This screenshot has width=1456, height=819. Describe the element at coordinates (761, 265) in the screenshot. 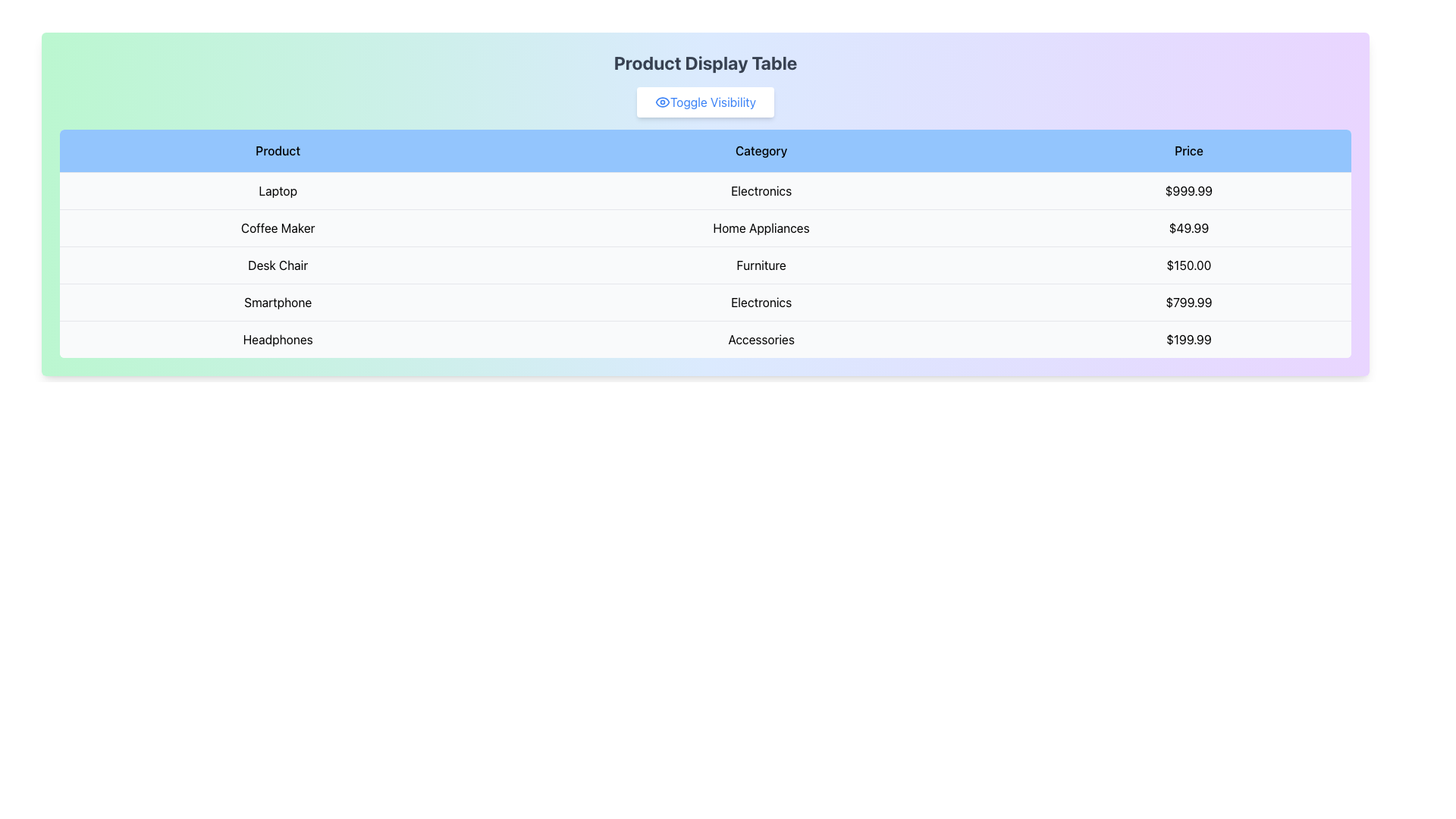

I see `the category label for the 'Desk Chair' in the tabular data interface, which is centrally positioned in the second column between 'Desk Chair' and '$150.00'` at that location.